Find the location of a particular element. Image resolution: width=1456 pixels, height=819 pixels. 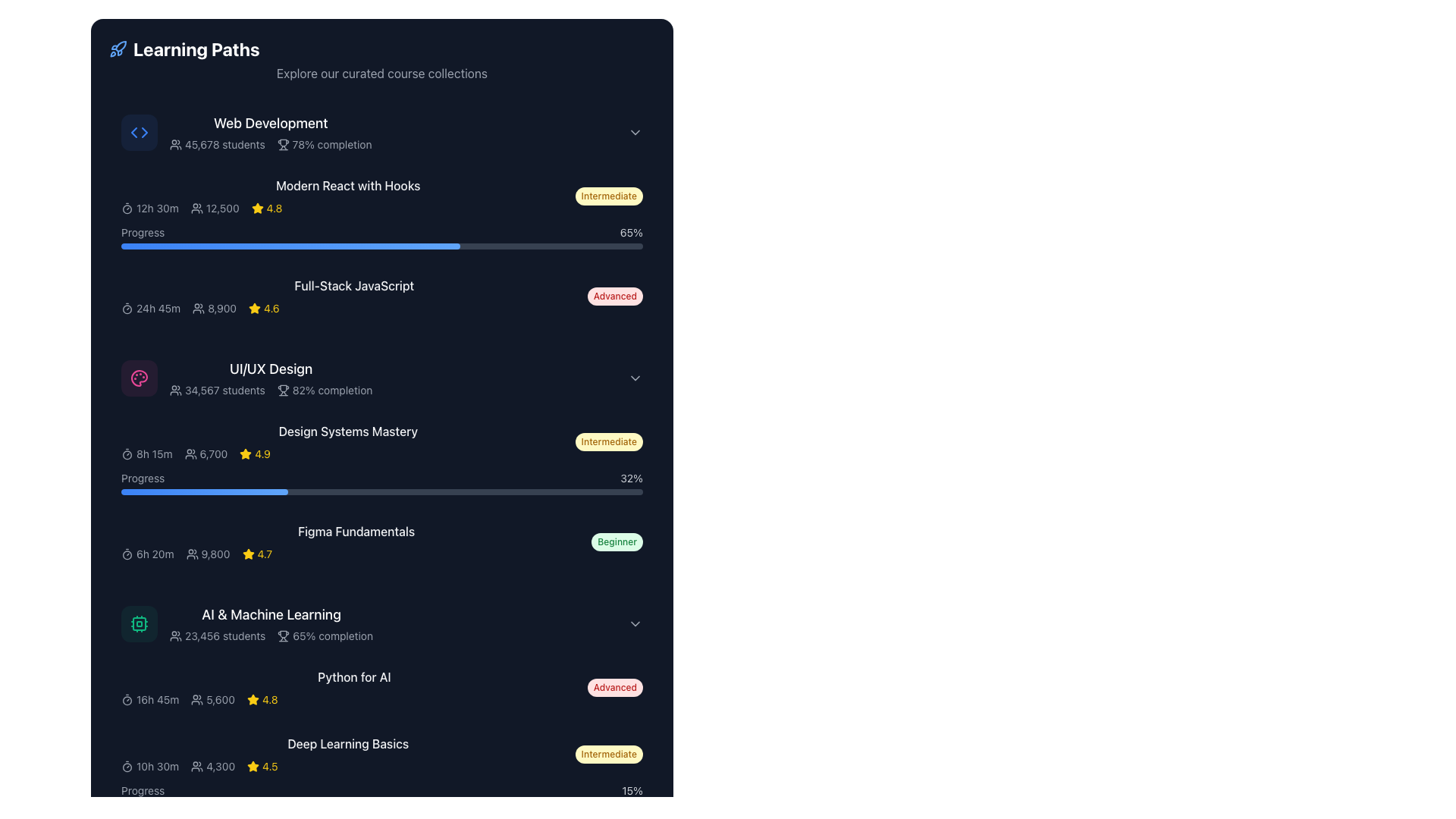

the text label displaying '82% completion' with a trophy icon, located within the UI/UX Design course section, to the right of '34,567 students' and above the progress bar is located at coordinates (324, 390).